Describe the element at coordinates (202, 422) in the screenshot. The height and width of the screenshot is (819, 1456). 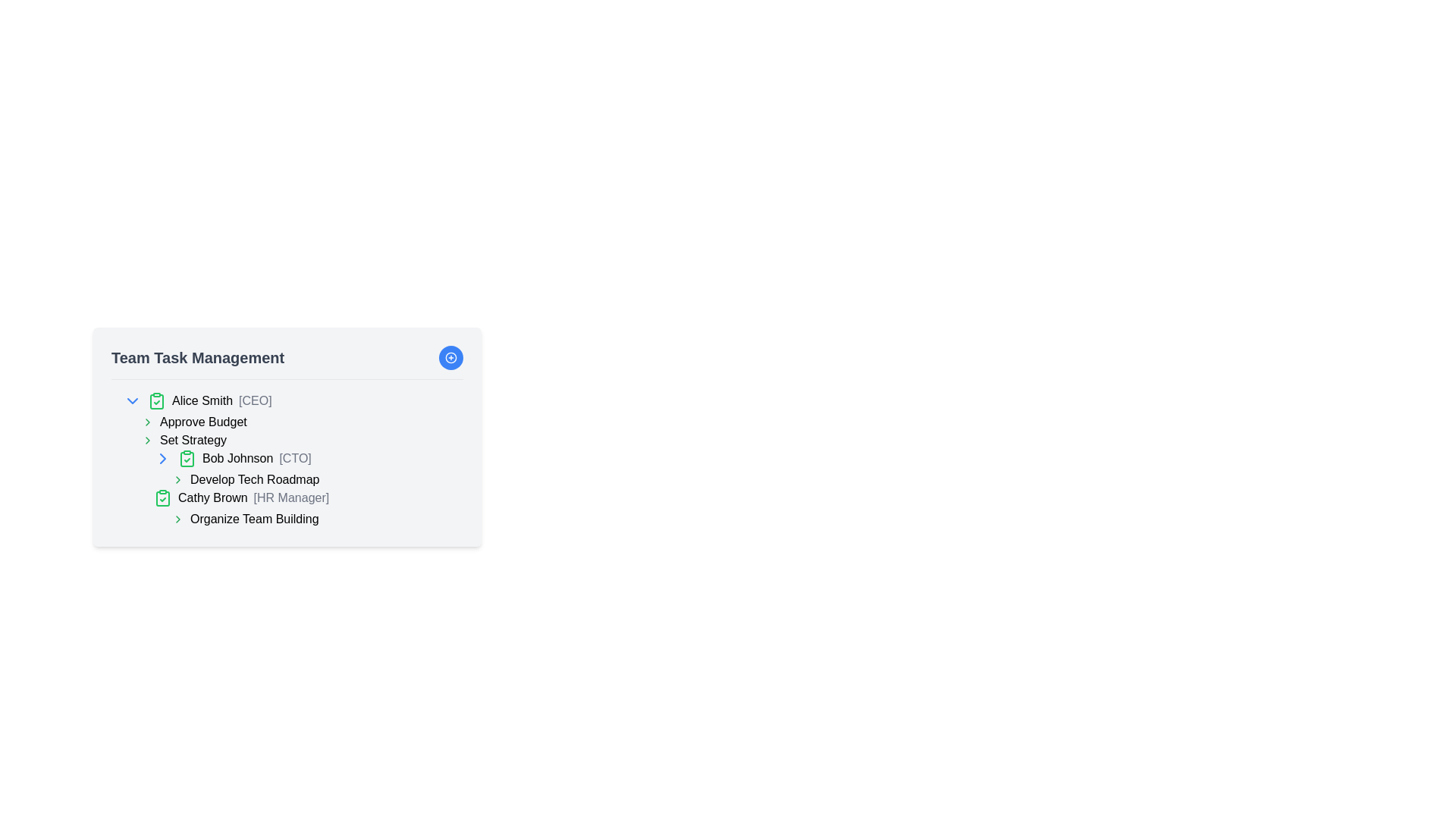
I see `the 'Approve Budget' text label element, which is styled with a regular font and is a sub-item under 'Alice Smith [CEO]', to edit it` at that location.